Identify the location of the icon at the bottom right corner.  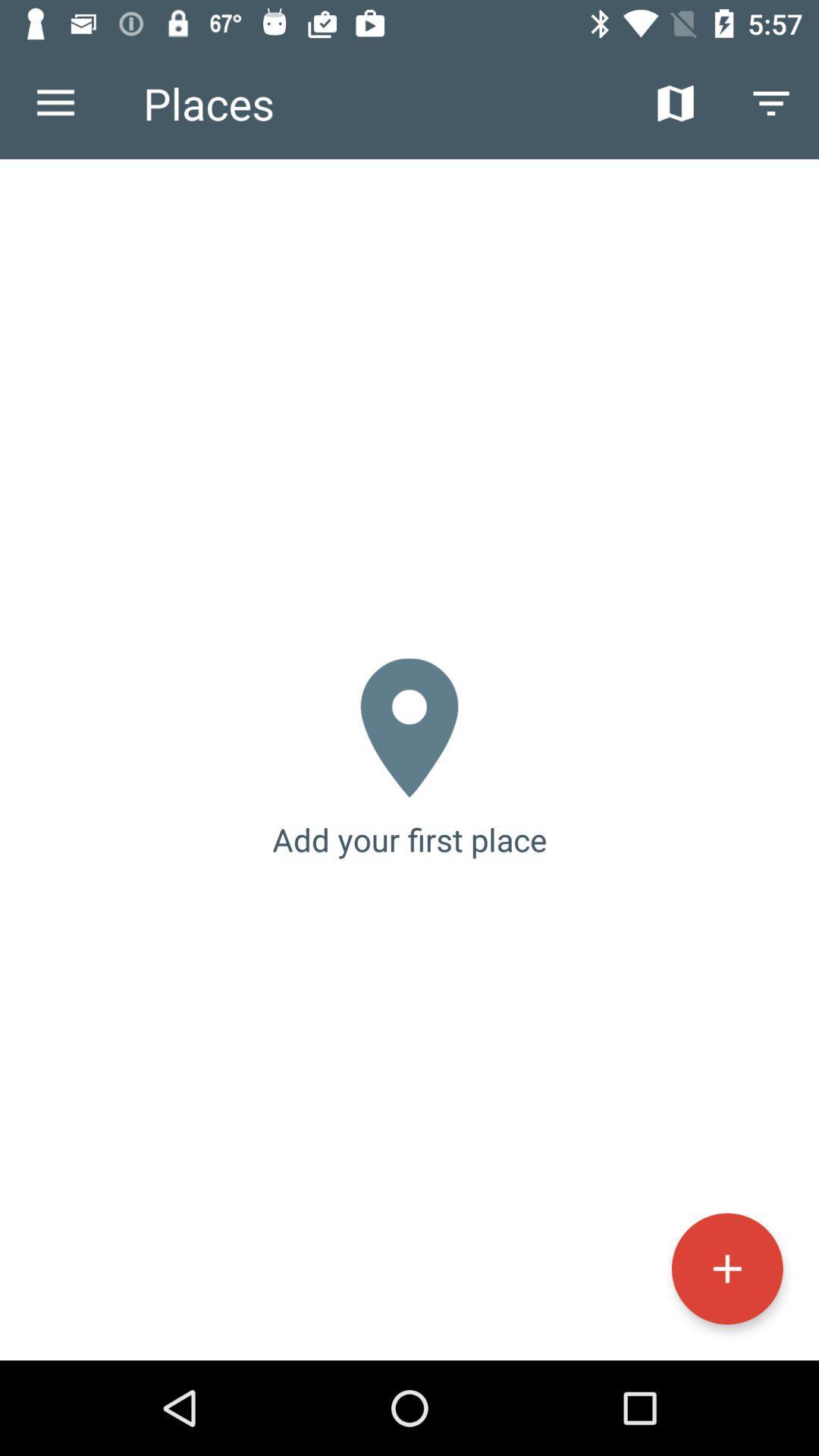
(726, 1269).